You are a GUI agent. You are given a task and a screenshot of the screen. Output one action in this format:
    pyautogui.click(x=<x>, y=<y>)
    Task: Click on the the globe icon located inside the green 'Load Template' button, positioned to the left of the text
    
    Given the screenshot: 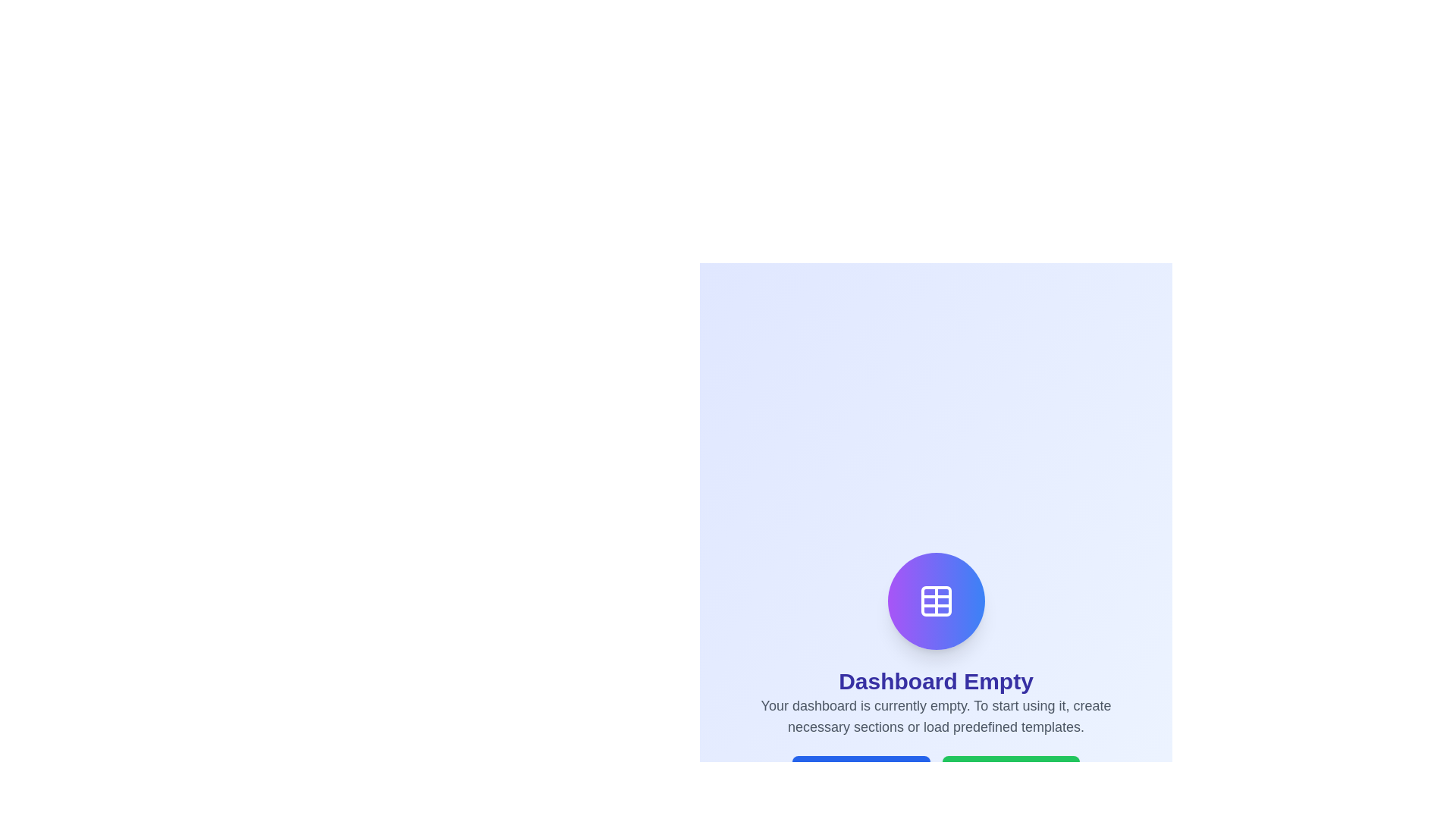 What is the action you would take?
    pyautogui.click(x=967, y=774)
    